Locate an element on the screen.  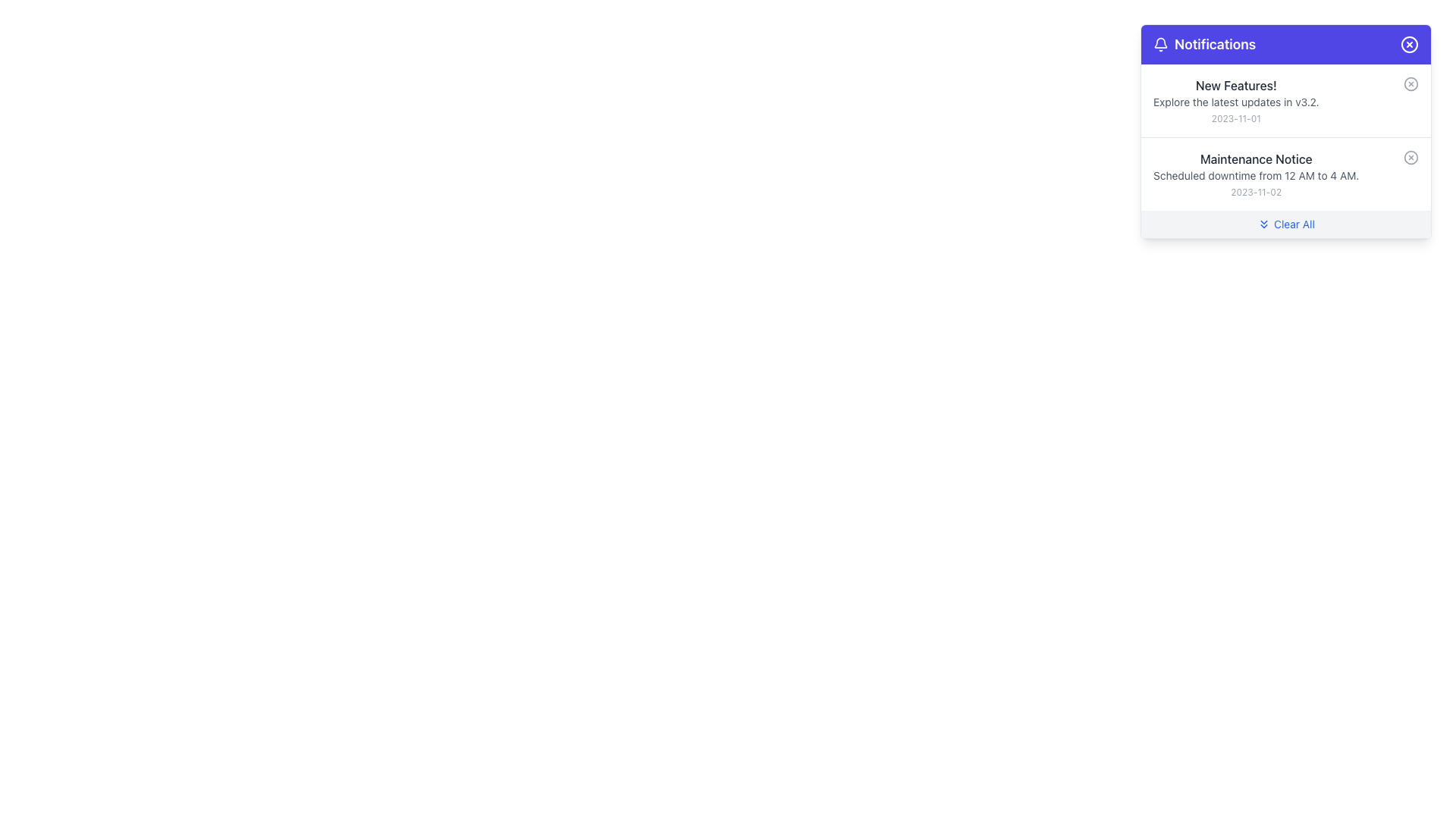
the bell-shaped icon component located at the top-right of the notification panel is located at coordinates (1160, 42).